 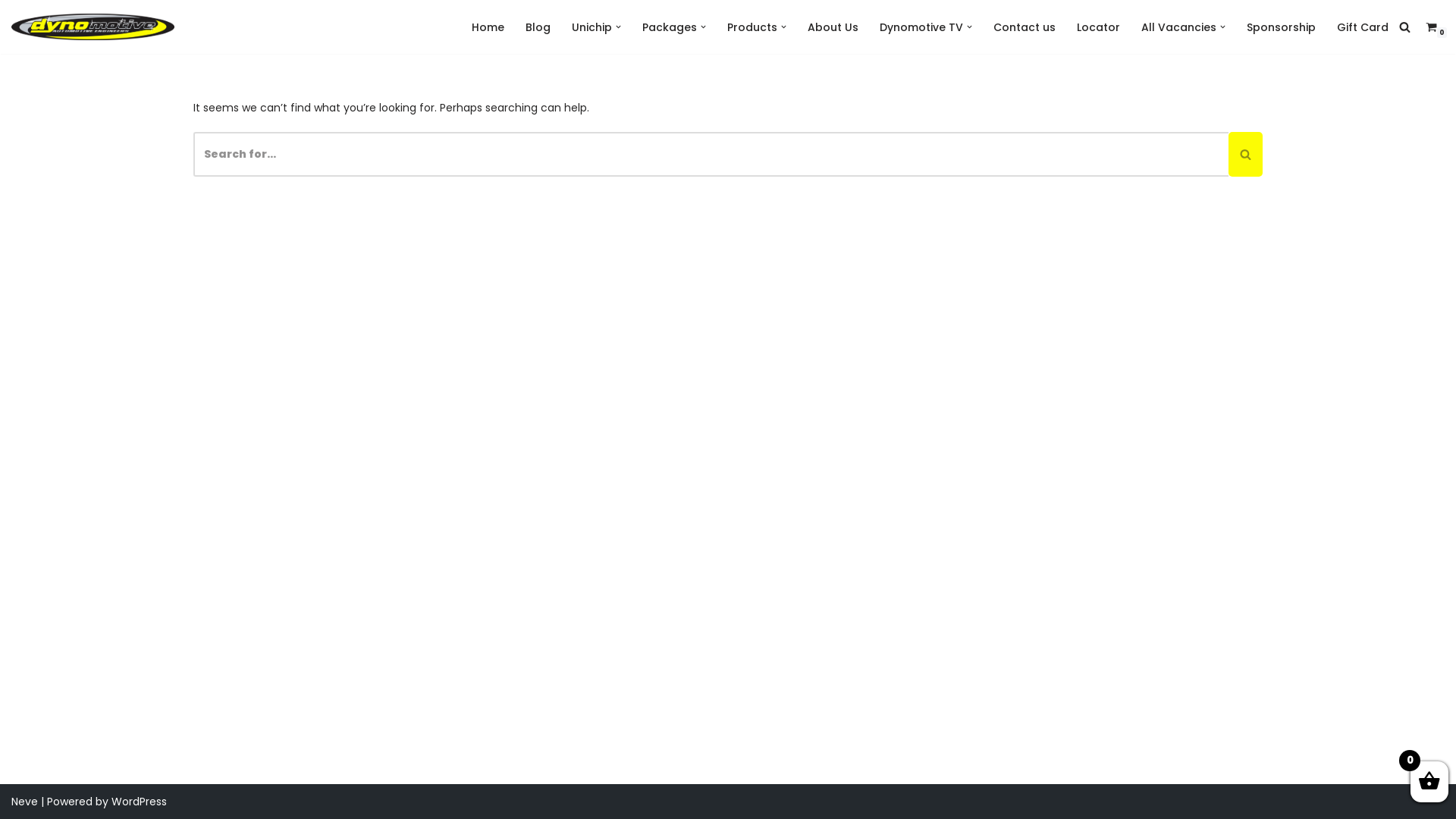 I want to click on 'Sponsorship', so click(x=1280, y=27).